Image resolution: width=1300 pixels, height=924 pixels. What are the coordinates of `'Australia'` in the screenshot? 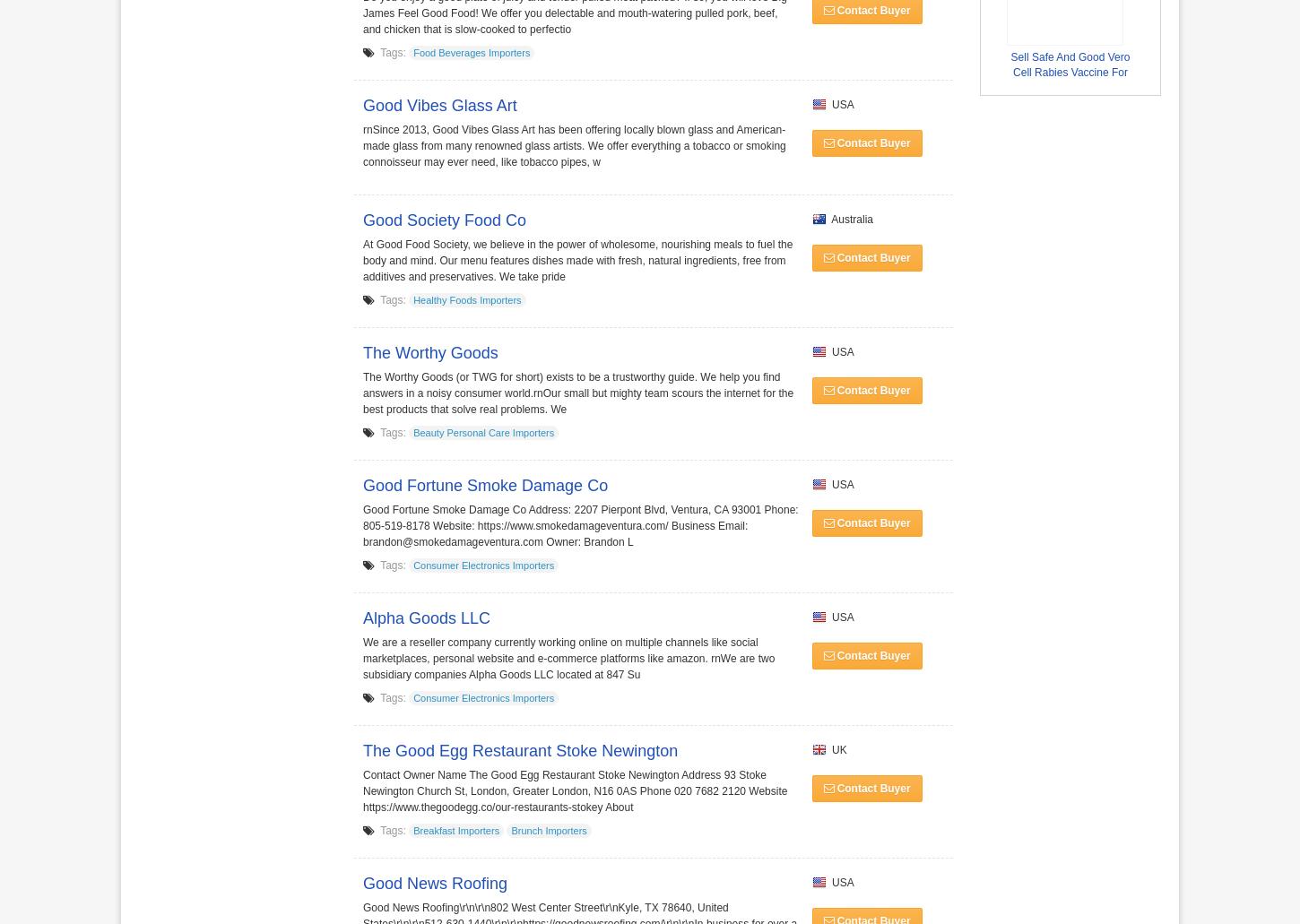 It's located at (849, 219).